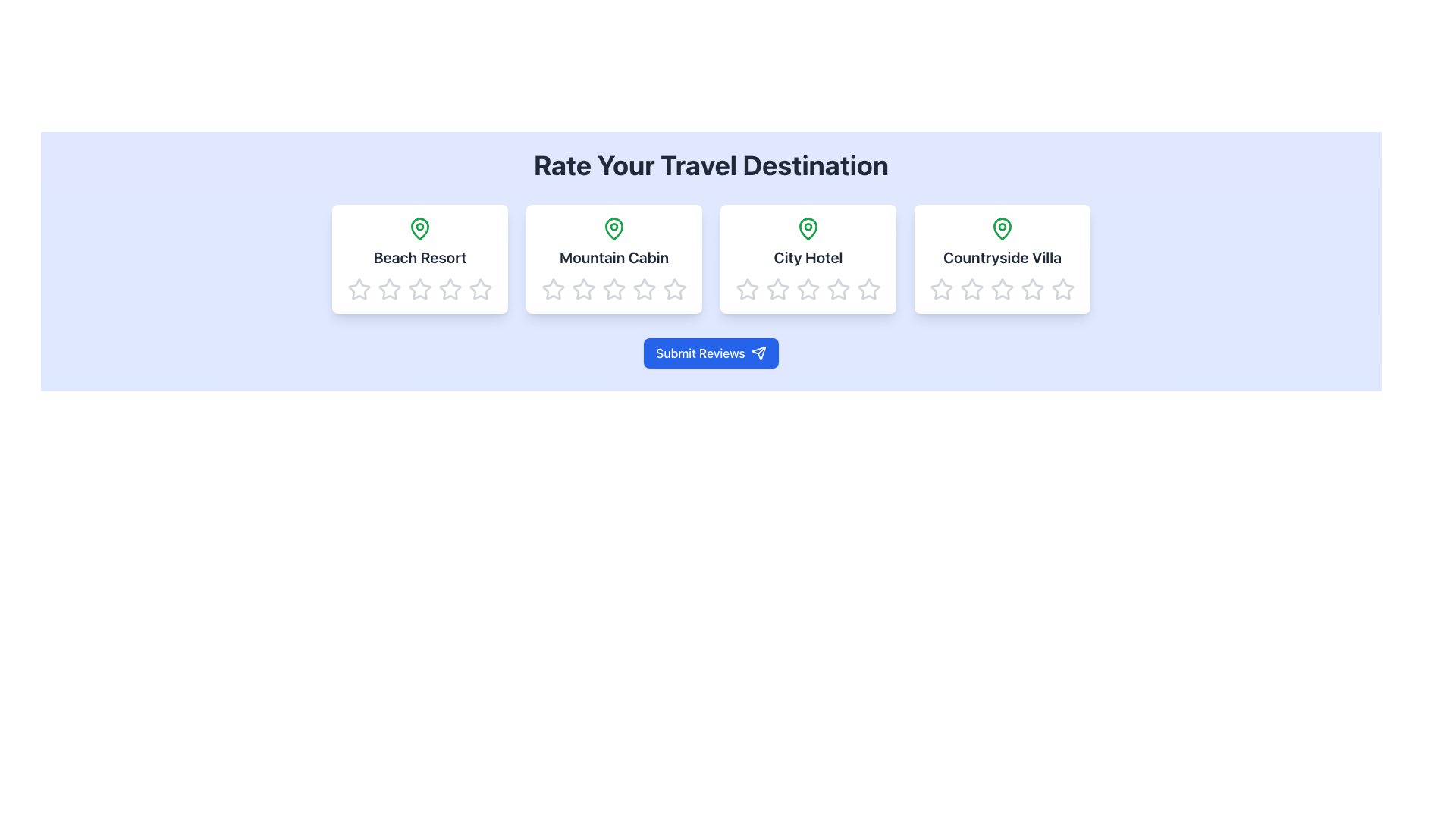 This screenshot has height=819, width=1456. I want to click on blue paper-plane-shaped icon representing the 'Send' action, located at the far right end of the 'Submit Reviews' button, so click(758, 353).